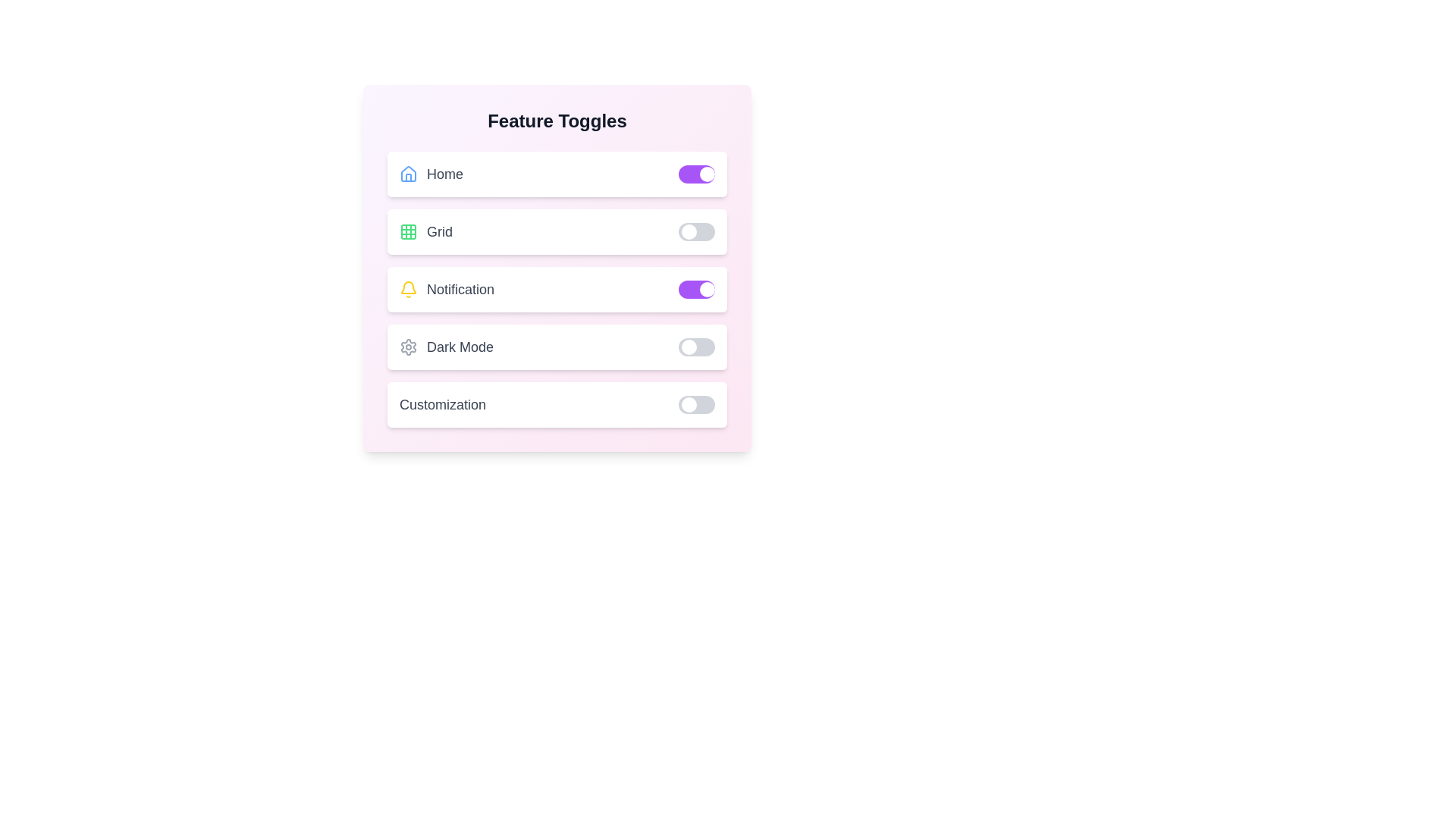 The image size is (1456, 819). I want to click on the small circular toggle handle within the Dark Mode switch interface, so click(688, 347).